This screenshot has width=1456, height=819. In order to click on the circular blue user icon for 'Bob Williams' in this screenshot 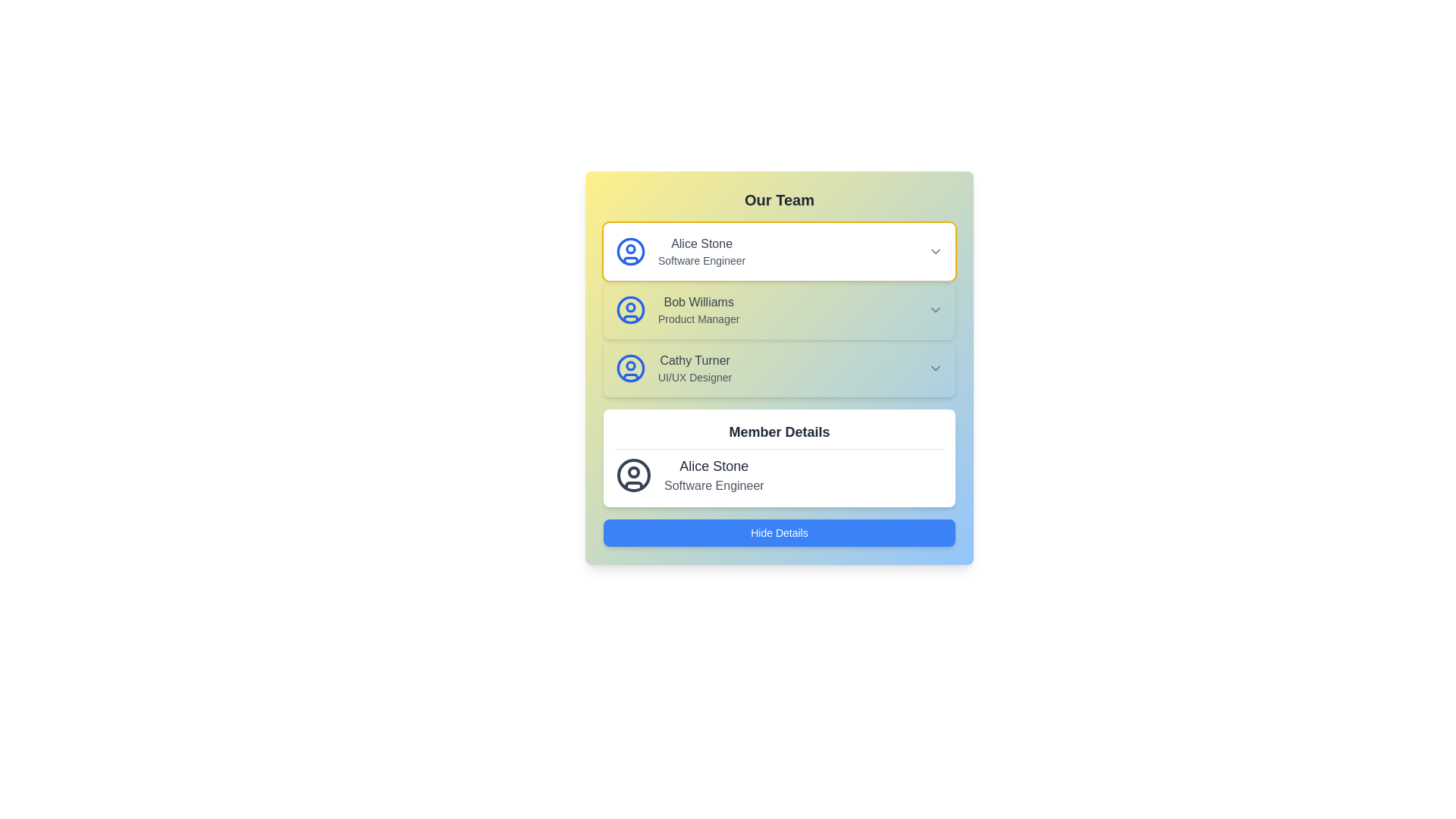, I will do `click(630, 309)`.